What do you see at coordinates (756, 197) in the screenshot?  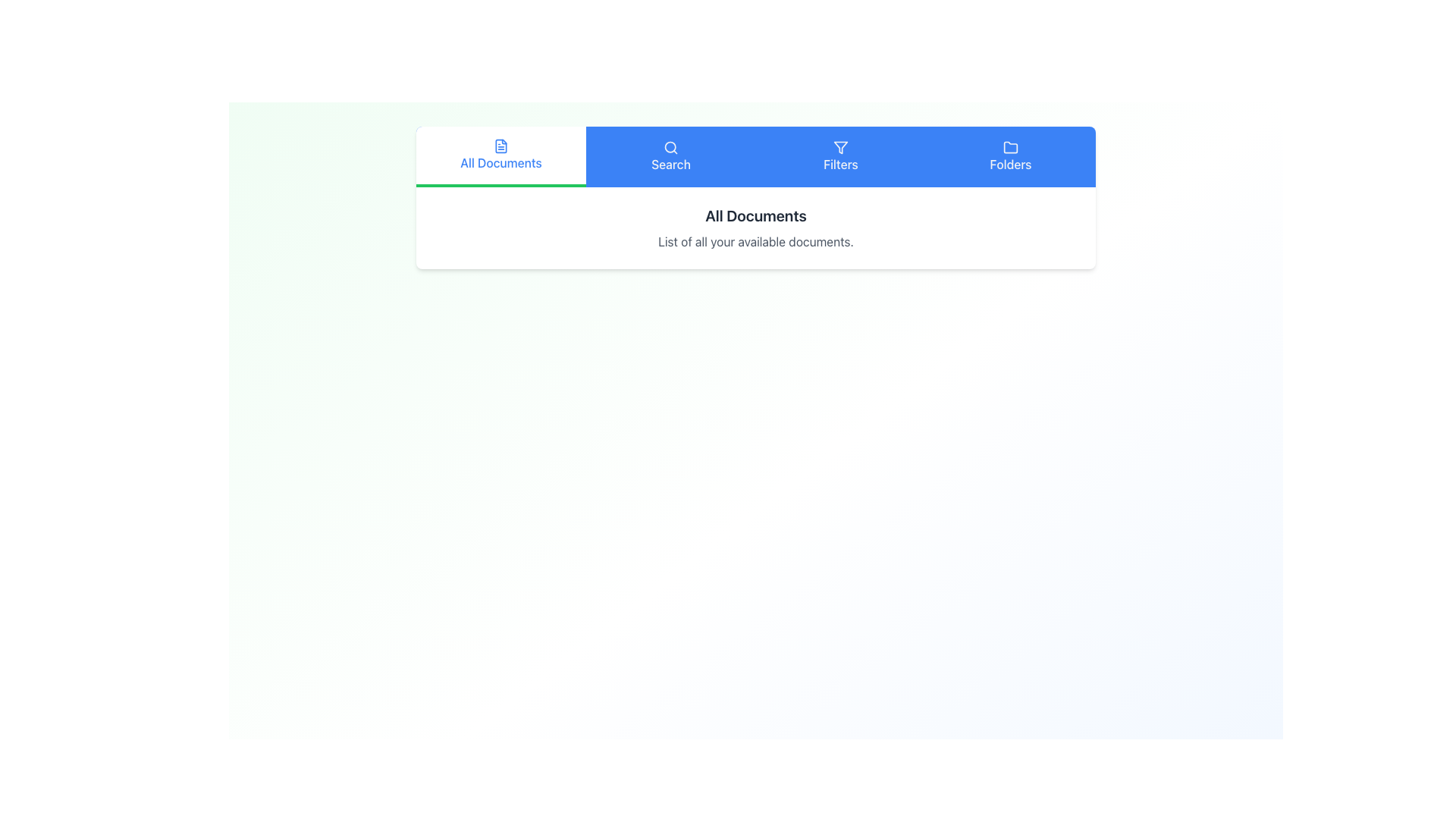 I see `informational section header titled 'All Documents' which is prominently displayed in a rectangular box beneath the blue navigation bar` at bounding box center [756, 197].